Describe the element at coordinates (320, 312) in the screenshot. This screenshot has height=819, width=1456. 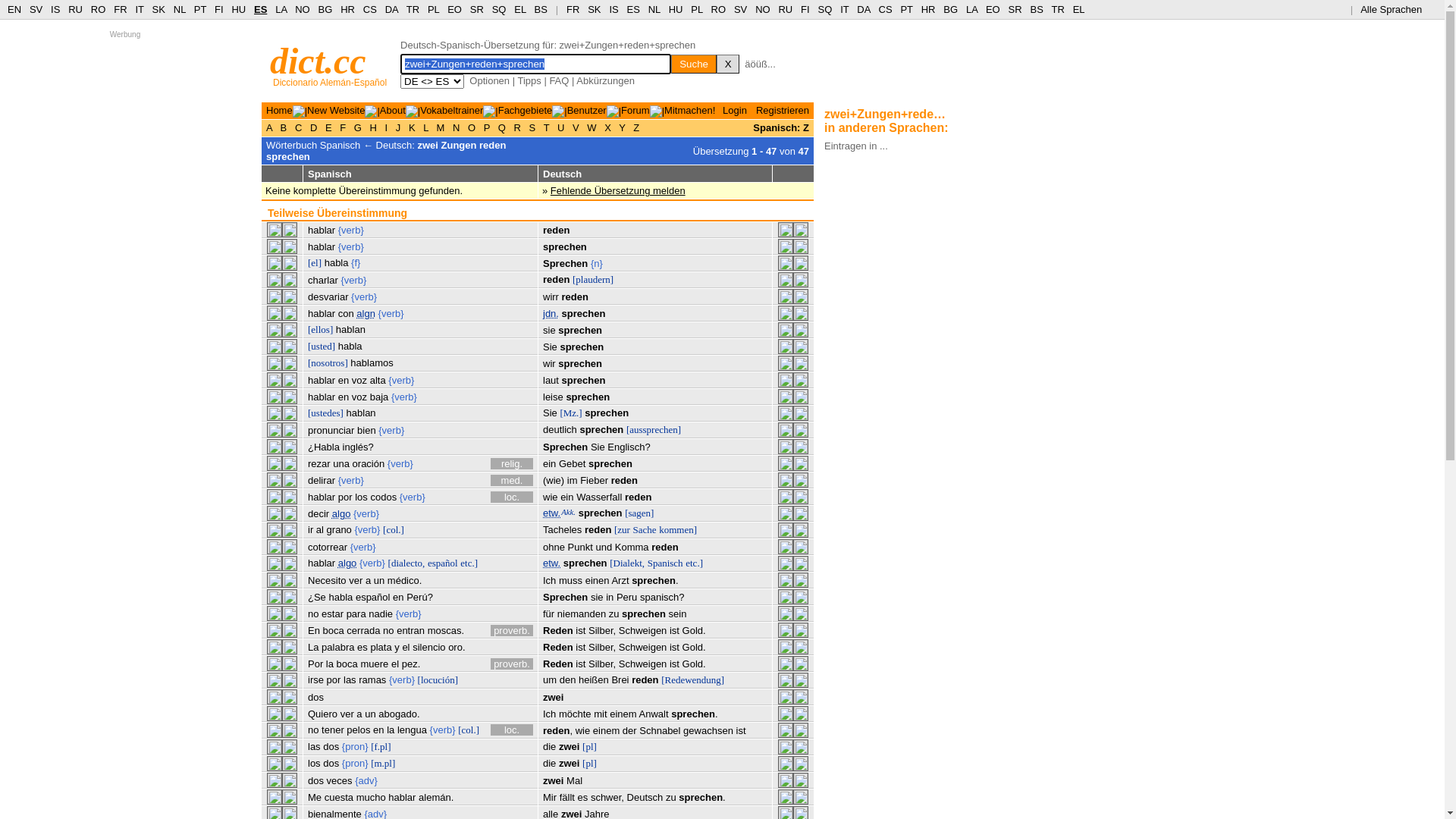
I see `'hablar'` at that location.